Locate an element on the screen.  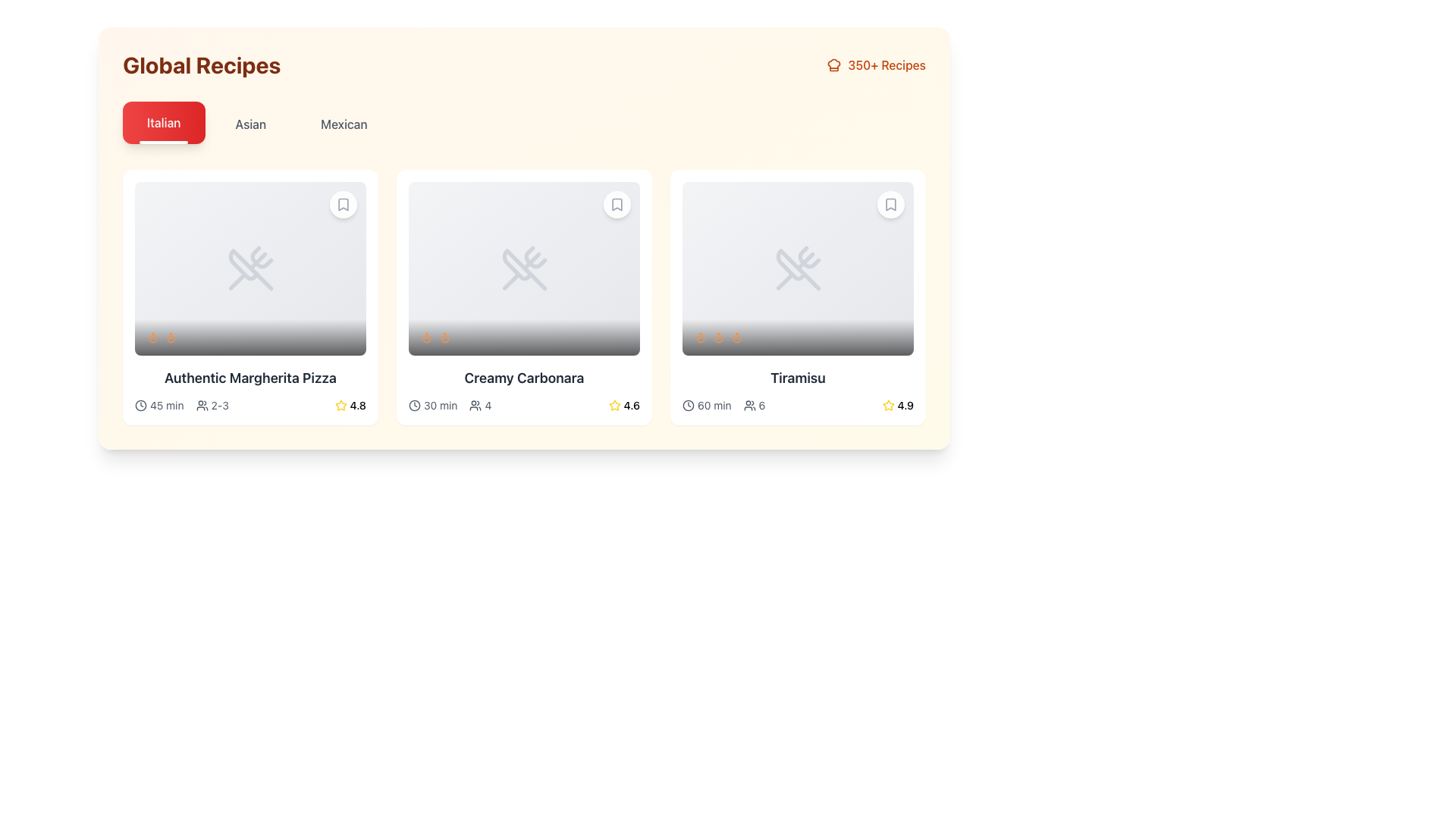
the text label with icons that displays the preparation time and number of servings for the 'Tiramisu' recipe, located in the lower section of the card in the third column of the recipe grid is located at coordinates (723, 404).